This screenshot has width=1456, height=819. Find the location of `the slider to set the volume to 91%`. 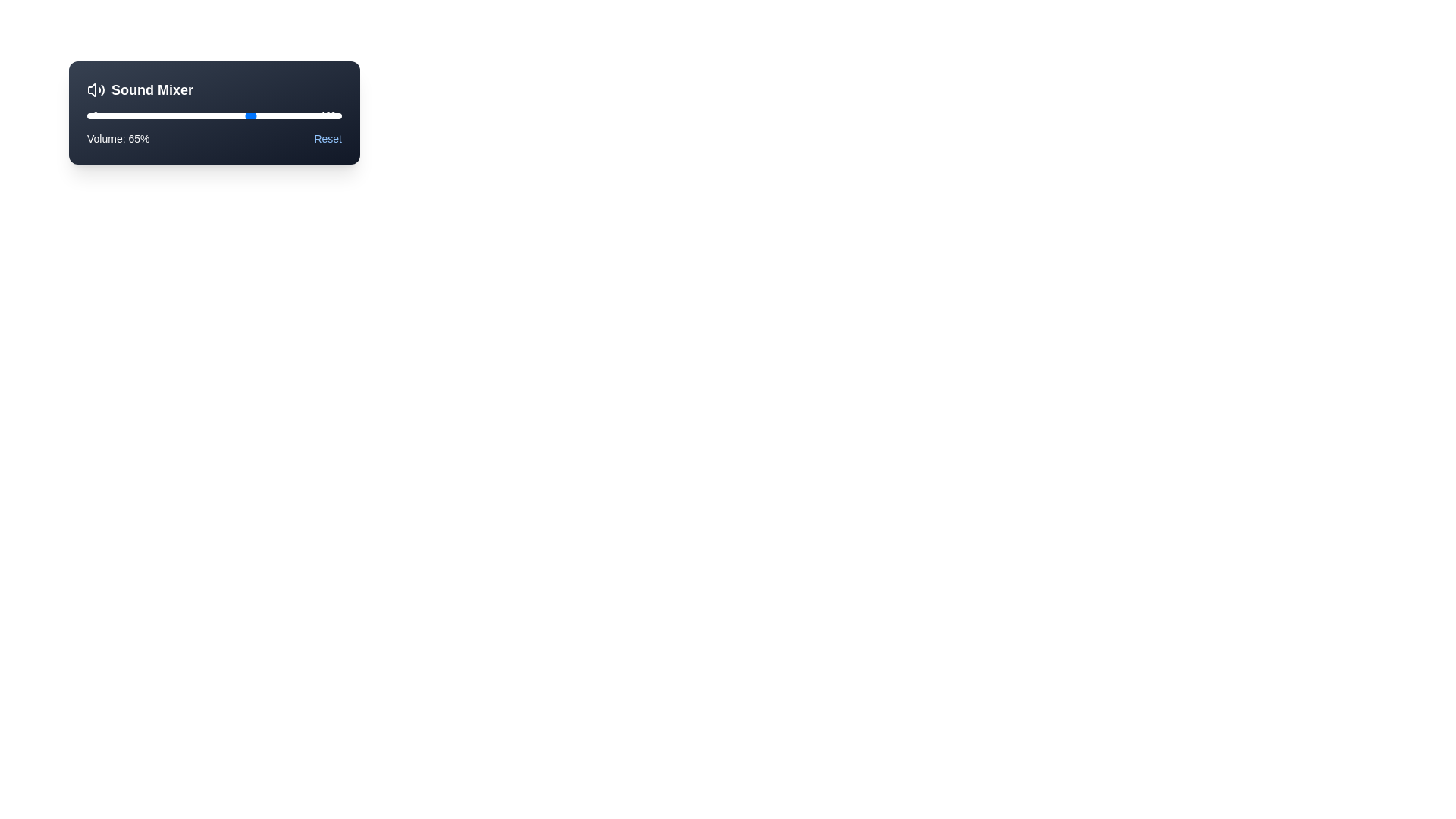

the slider to set the volume to 91% is located at coordinates (318, 115).